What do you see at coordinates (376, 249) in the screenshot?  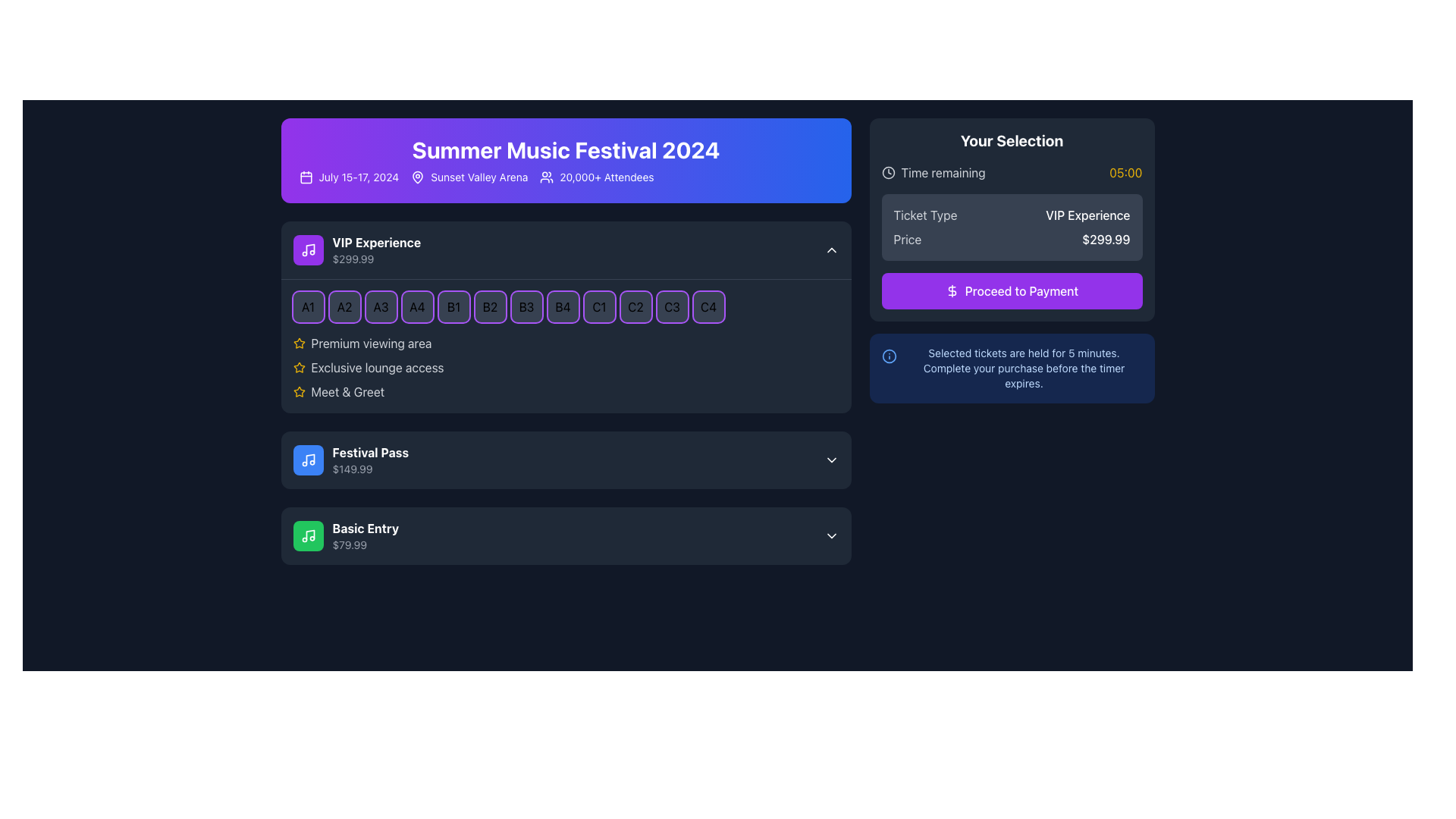 I see `text displayed in the text area that shows 'VIP Experience' and the price '$299.99', located below the purple icon with a white musical note` at bounding box center [376, 249].